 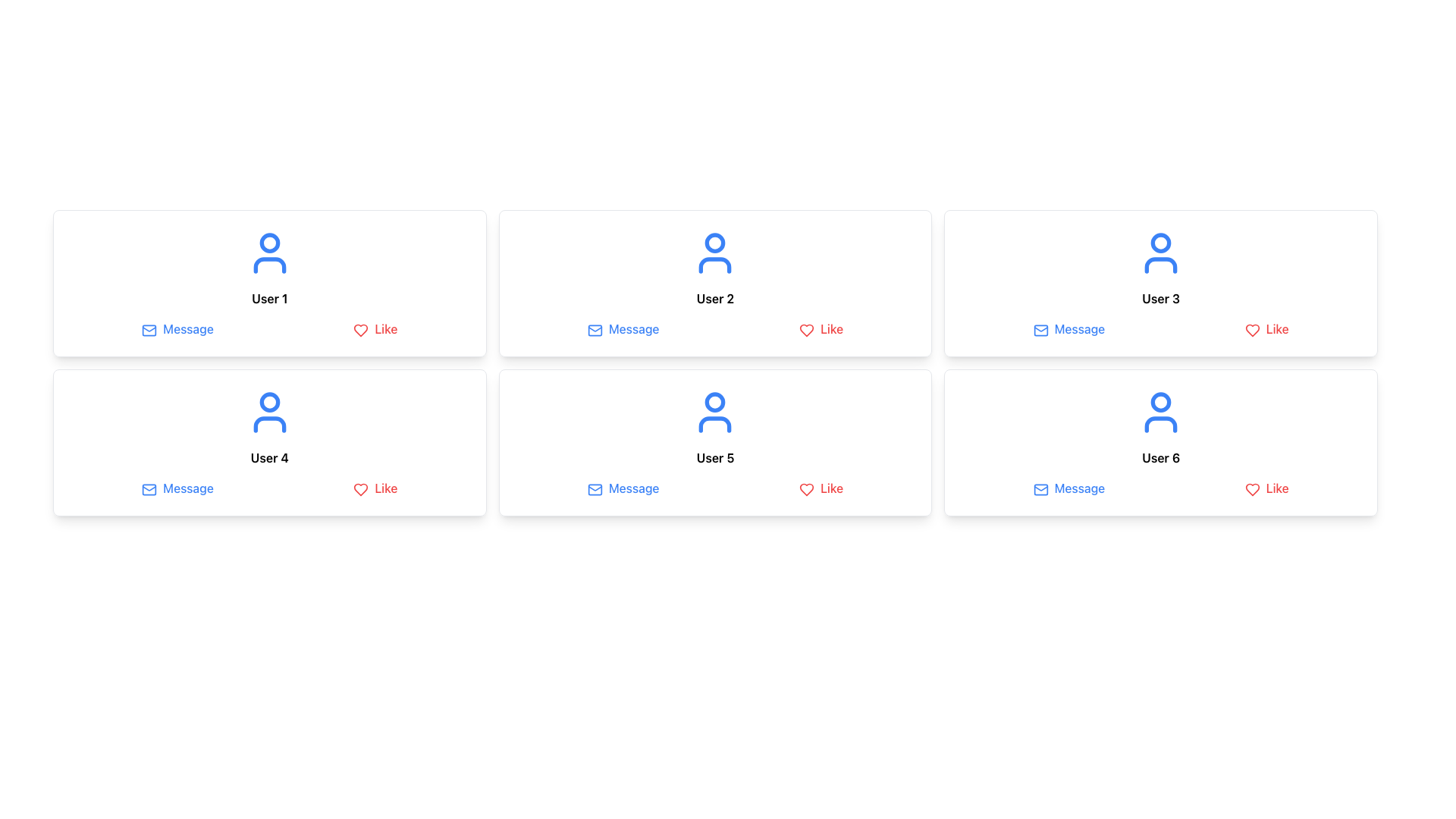 I want to click on the blue envelope icon associated with the 'Message' text in the second card of the second row for User 5, so click(x=594, y=489).